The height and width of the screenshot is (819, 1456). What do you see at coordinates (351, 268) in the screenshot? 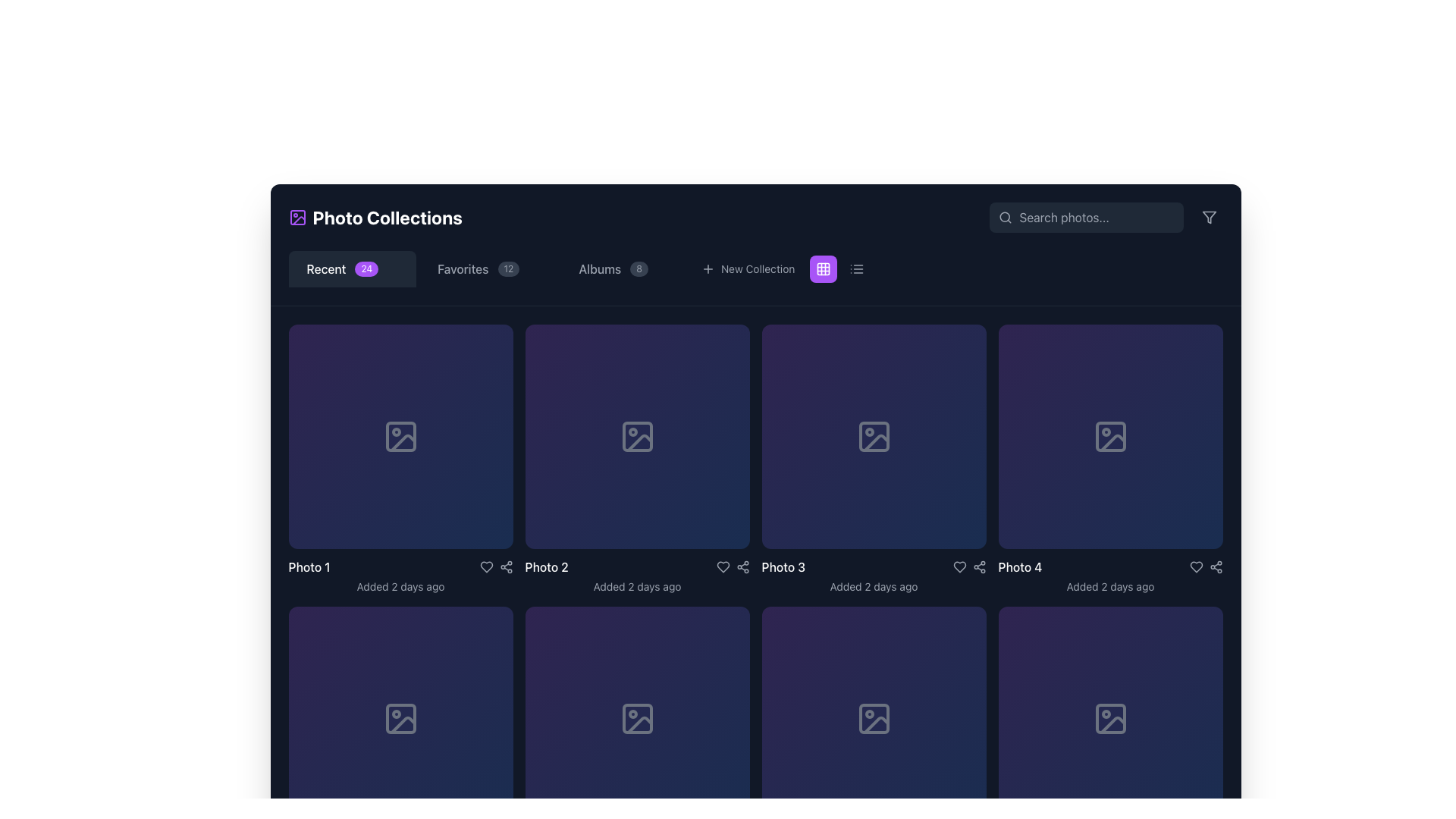
I see `the 'Recent' button` at bounding box center [351, 268].